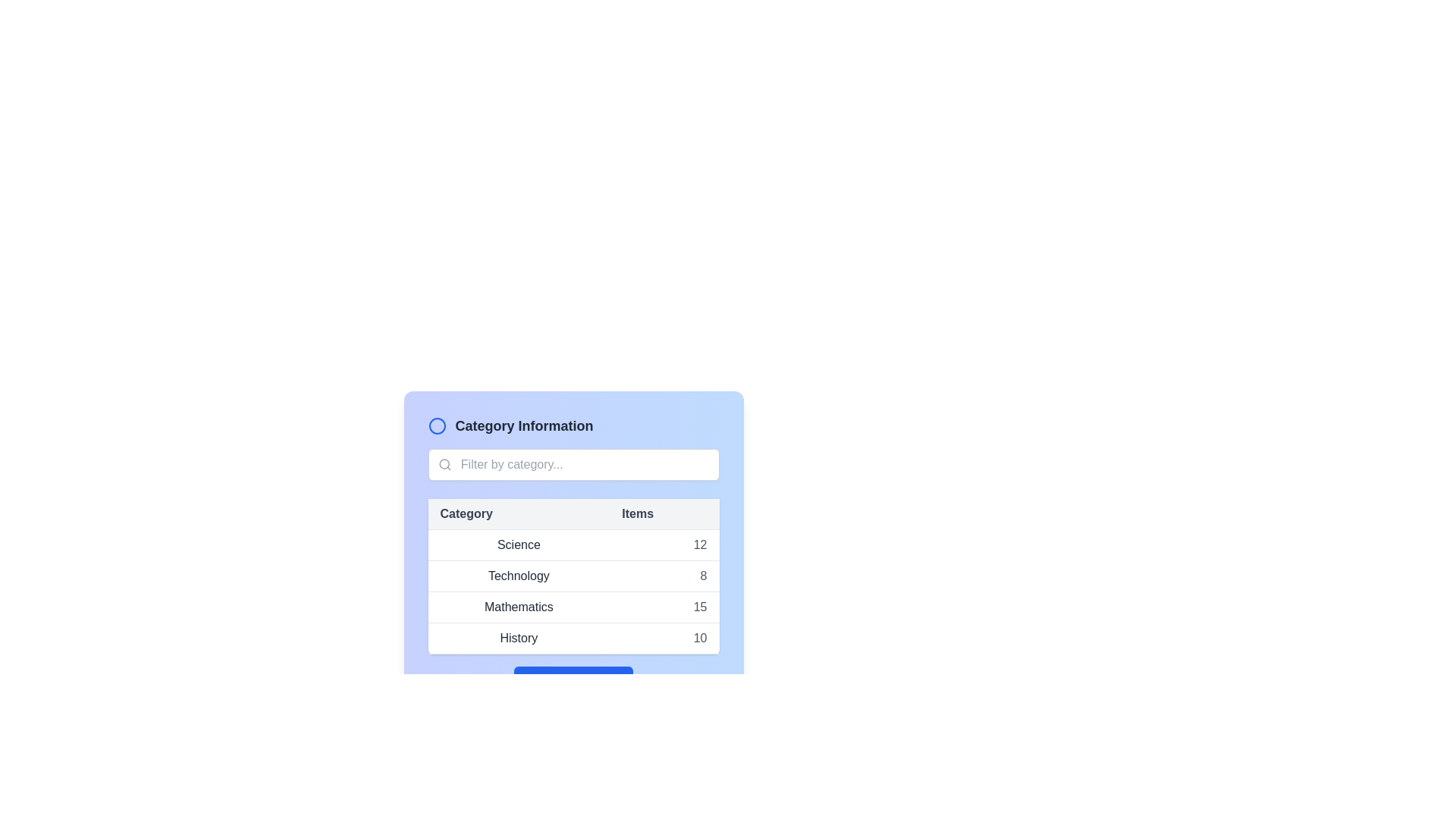 The height and width of the screenshot is (819, 1456). Describe the element at coordinates (573, 679) in the screenshot. I see `the button located at the bottom of the card layout` at that location.